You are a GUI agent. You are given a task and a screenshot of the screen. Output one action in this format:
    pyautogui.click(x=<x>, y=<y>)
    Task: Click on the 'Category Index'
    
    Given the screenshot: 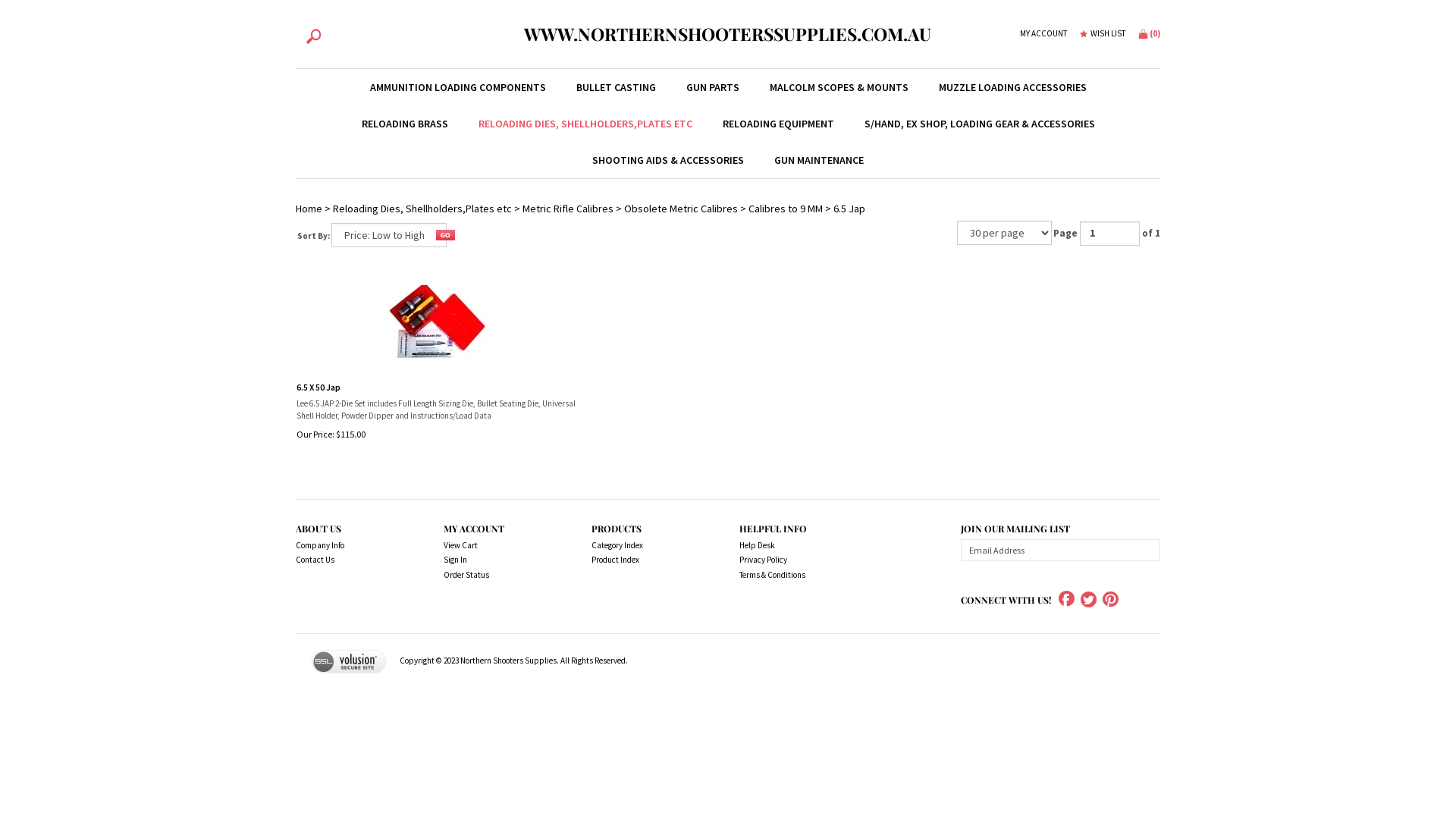 What is the action you would take?
    pyautogui.click(x=648, y=546)
    